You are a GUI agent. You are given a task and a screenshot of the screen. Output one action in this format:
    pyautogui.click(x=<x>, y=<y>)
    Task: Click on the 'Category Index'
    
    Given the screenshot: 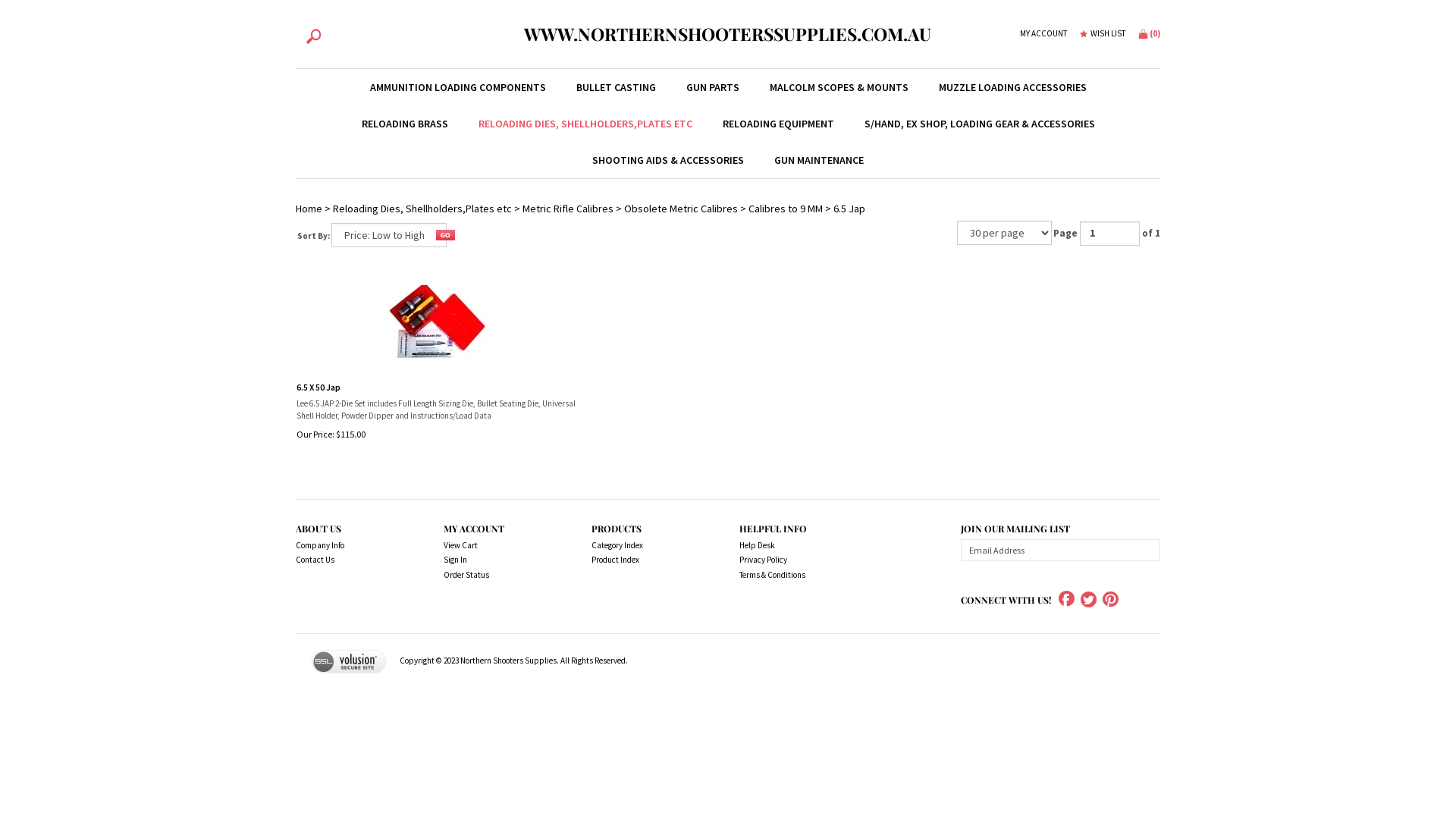 What is the action you would take?
    pyautogui.click(x=648, y=546)
    